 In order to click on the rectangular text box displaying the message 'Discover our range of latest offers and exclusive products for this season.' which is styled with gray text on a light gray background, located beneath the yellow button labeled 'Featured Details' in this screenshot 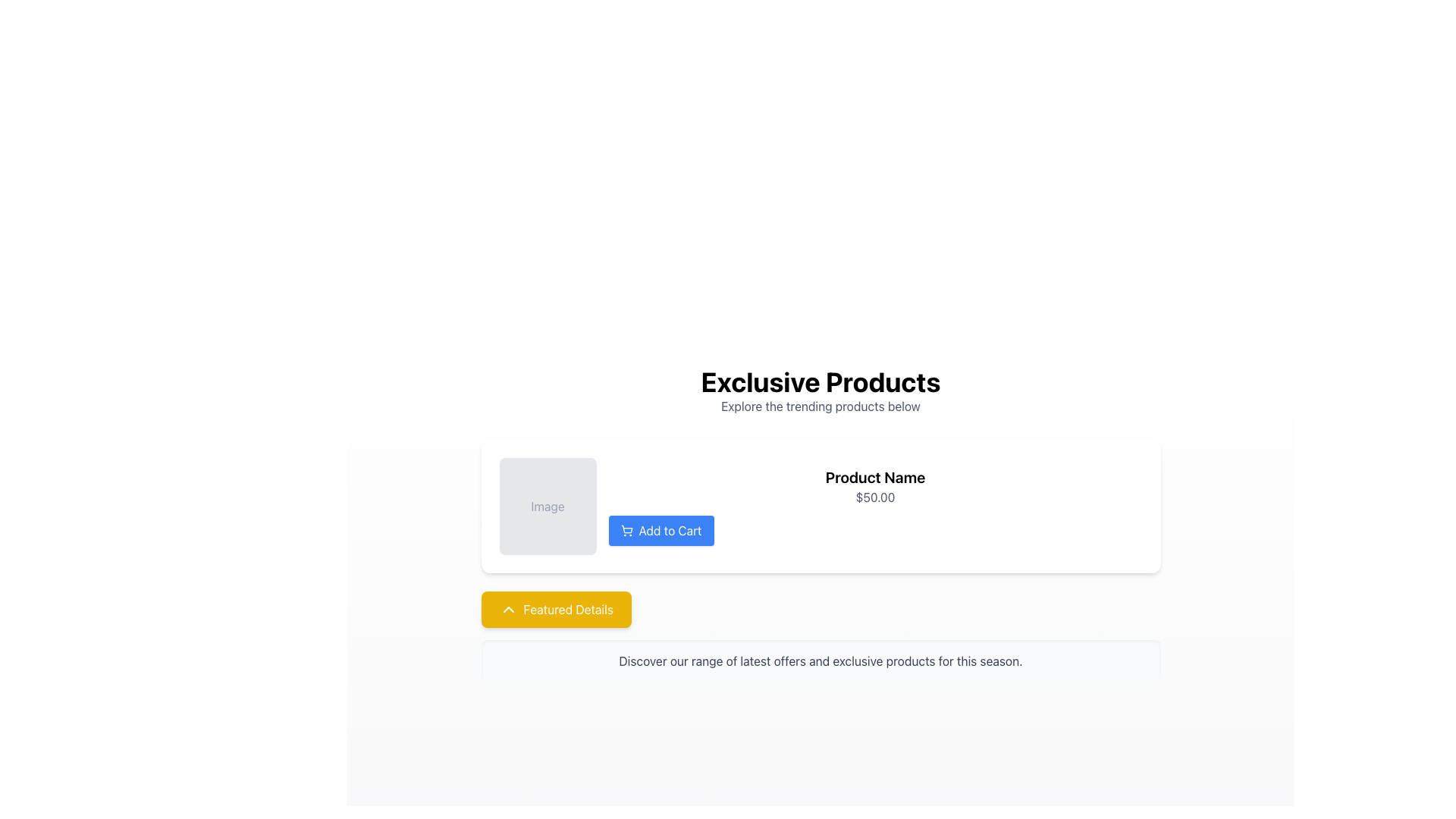, I will do `click(820, 660)`.